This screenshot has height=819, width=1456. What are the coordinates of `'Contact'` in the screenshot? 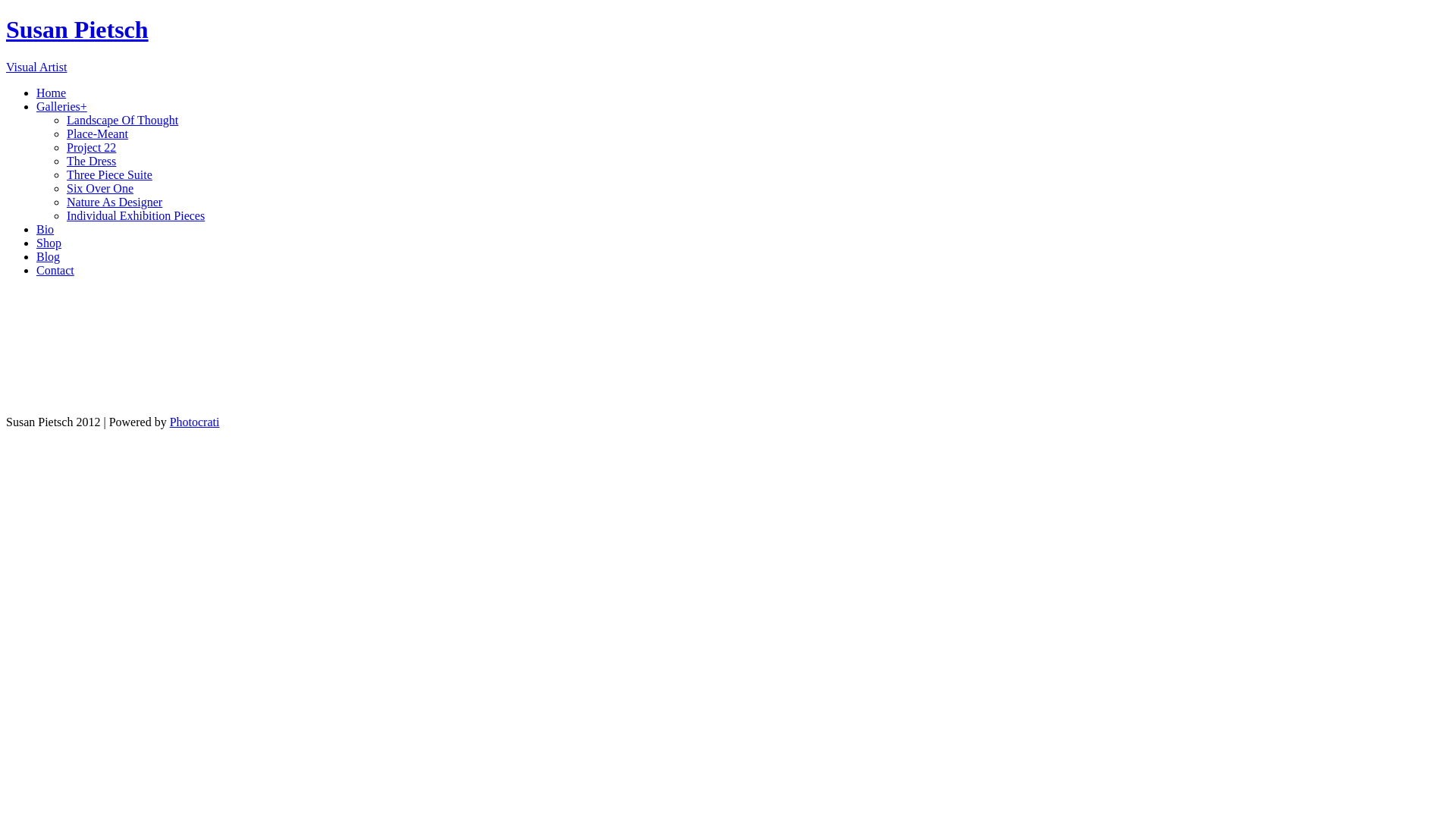 It's located at (55, 269).